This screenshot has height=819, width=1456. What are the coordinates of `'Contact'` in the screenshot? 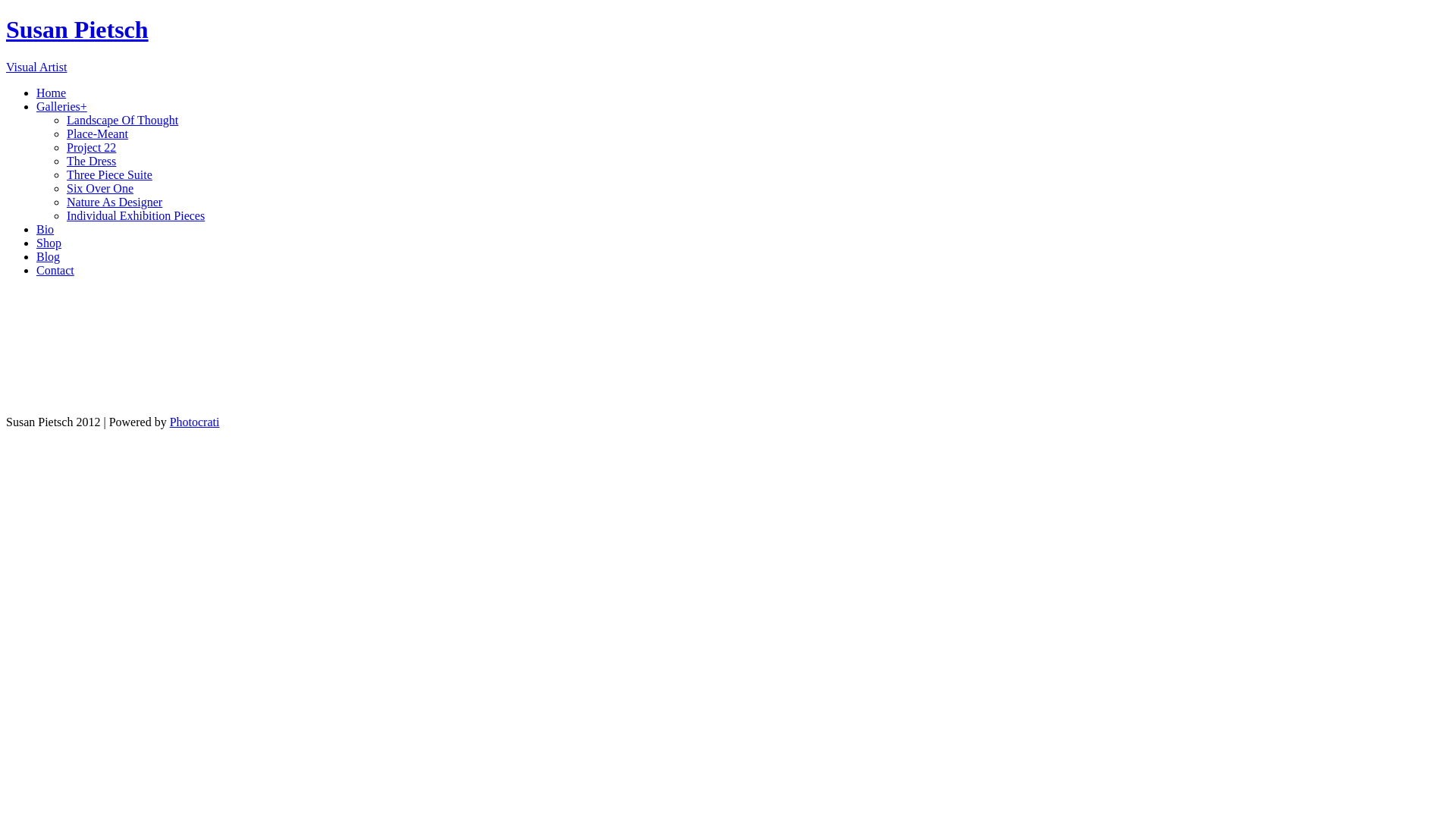 It's located at (55, 269).